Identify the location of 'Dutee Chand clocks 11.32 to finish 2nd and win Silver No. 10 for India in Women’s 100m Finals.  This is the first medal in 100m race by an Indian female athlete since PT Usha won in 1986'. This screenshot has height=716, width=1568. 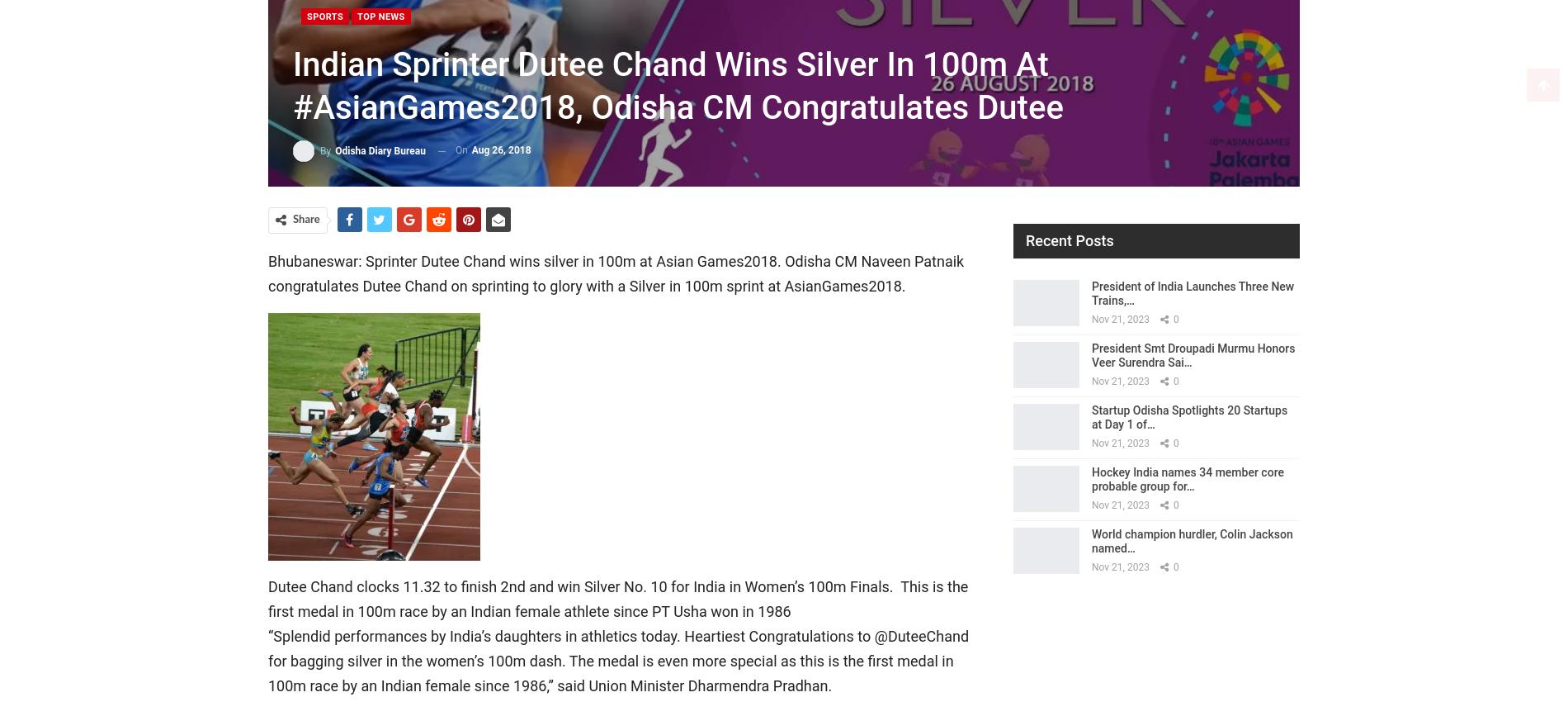
(616, 598).